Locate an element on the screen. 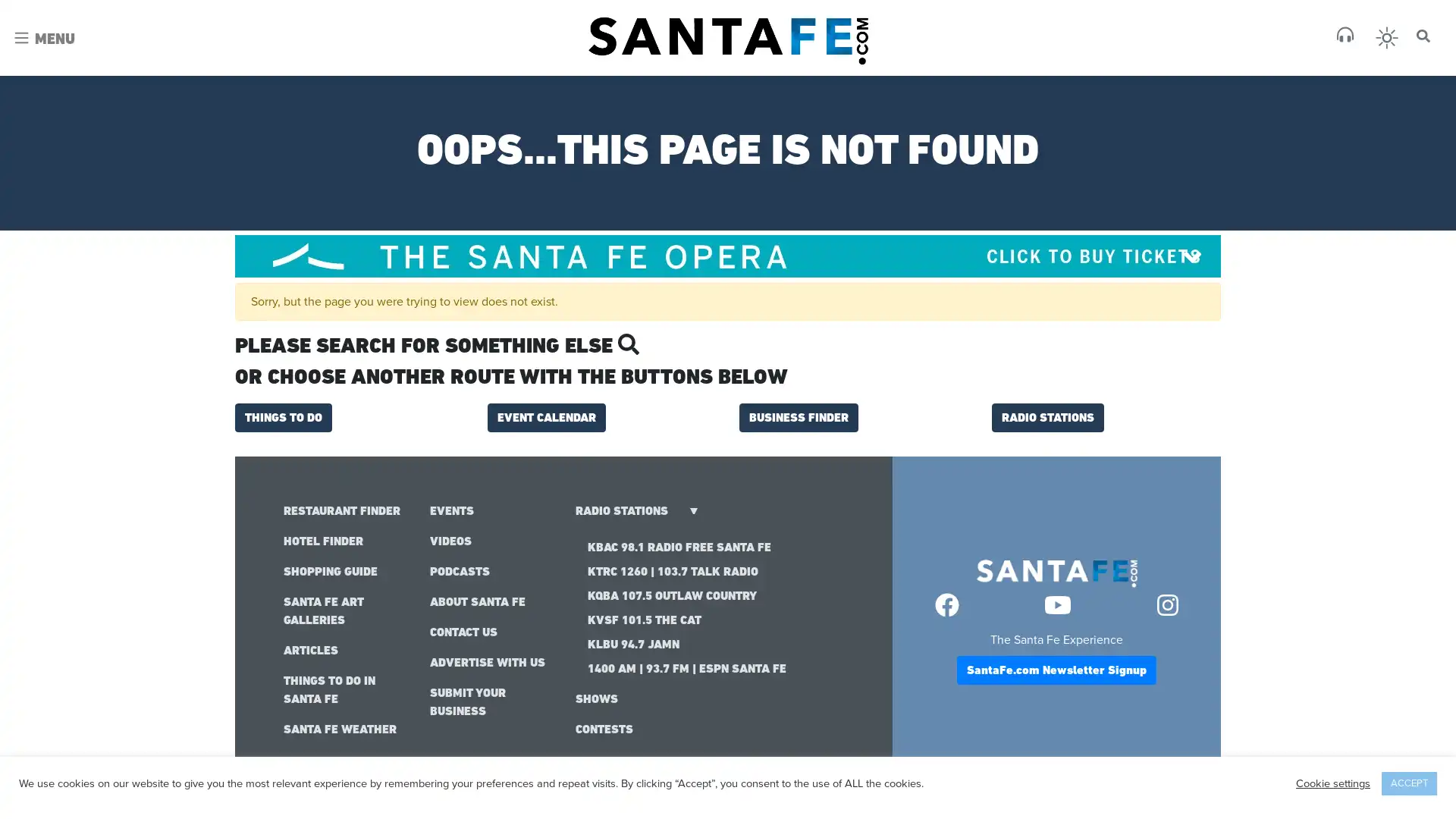  EVENT CALENDAR is located at coordinates (546, 417).